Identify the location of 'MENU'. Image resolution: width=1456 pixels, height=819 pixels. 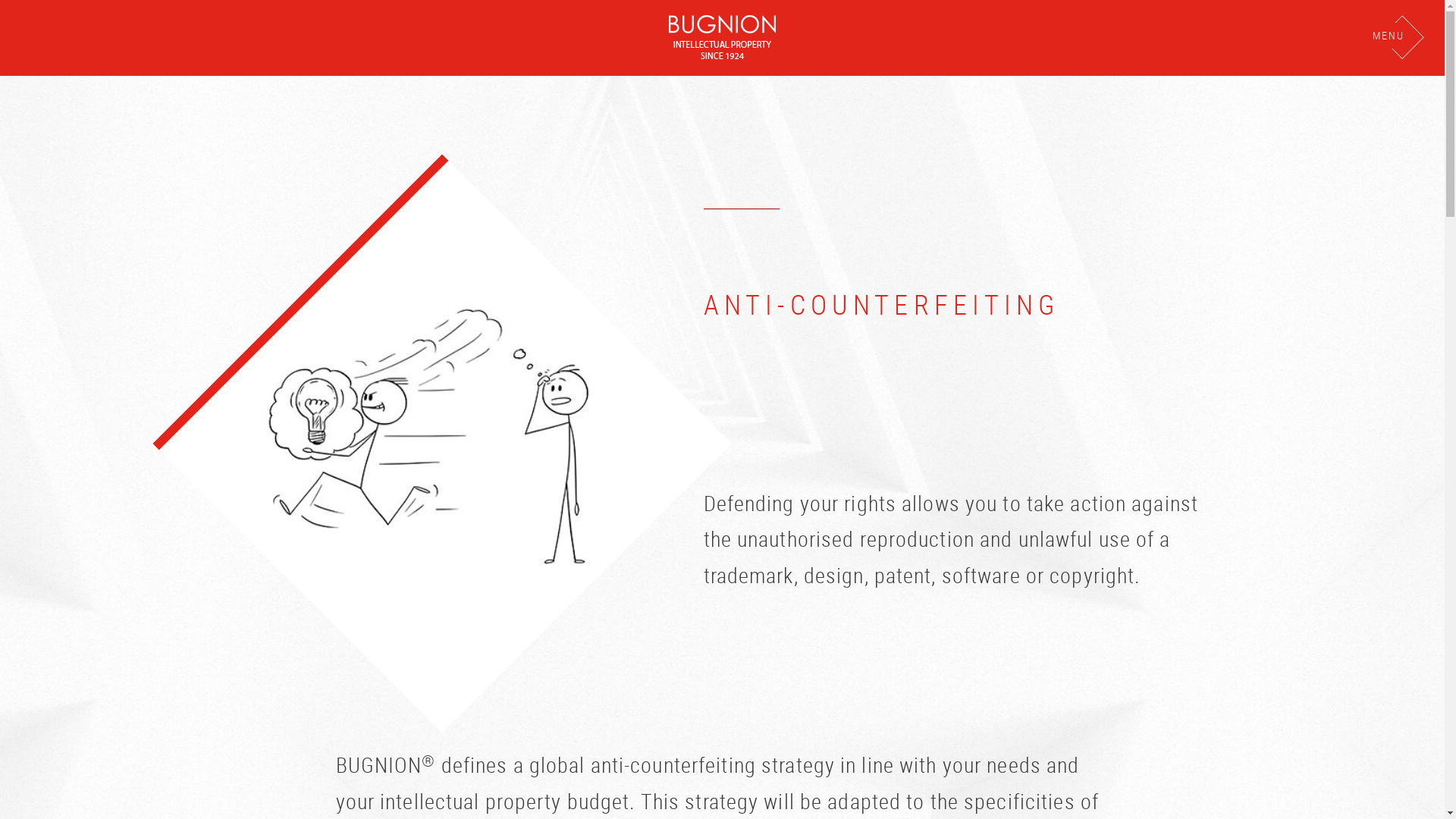
(1368, 36).